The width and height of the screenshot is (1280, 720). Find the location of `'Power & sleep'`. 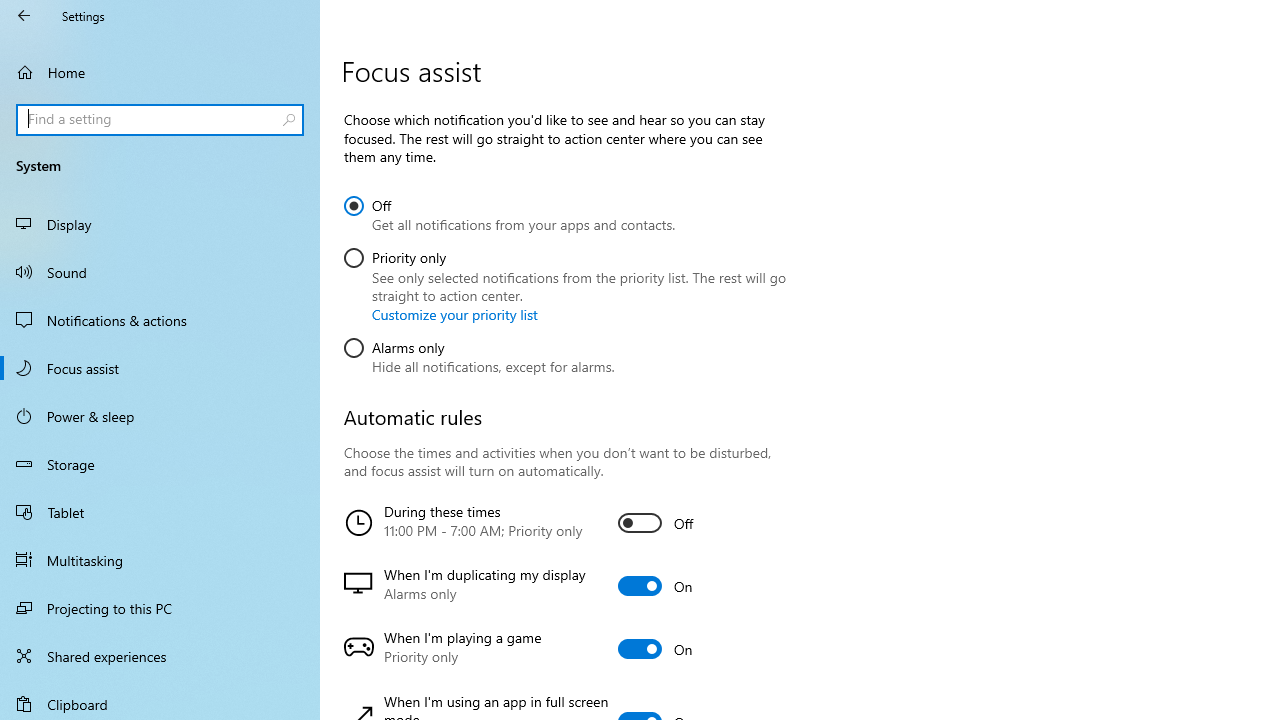

'Power & sleep' is located at coordinates (160, 414).